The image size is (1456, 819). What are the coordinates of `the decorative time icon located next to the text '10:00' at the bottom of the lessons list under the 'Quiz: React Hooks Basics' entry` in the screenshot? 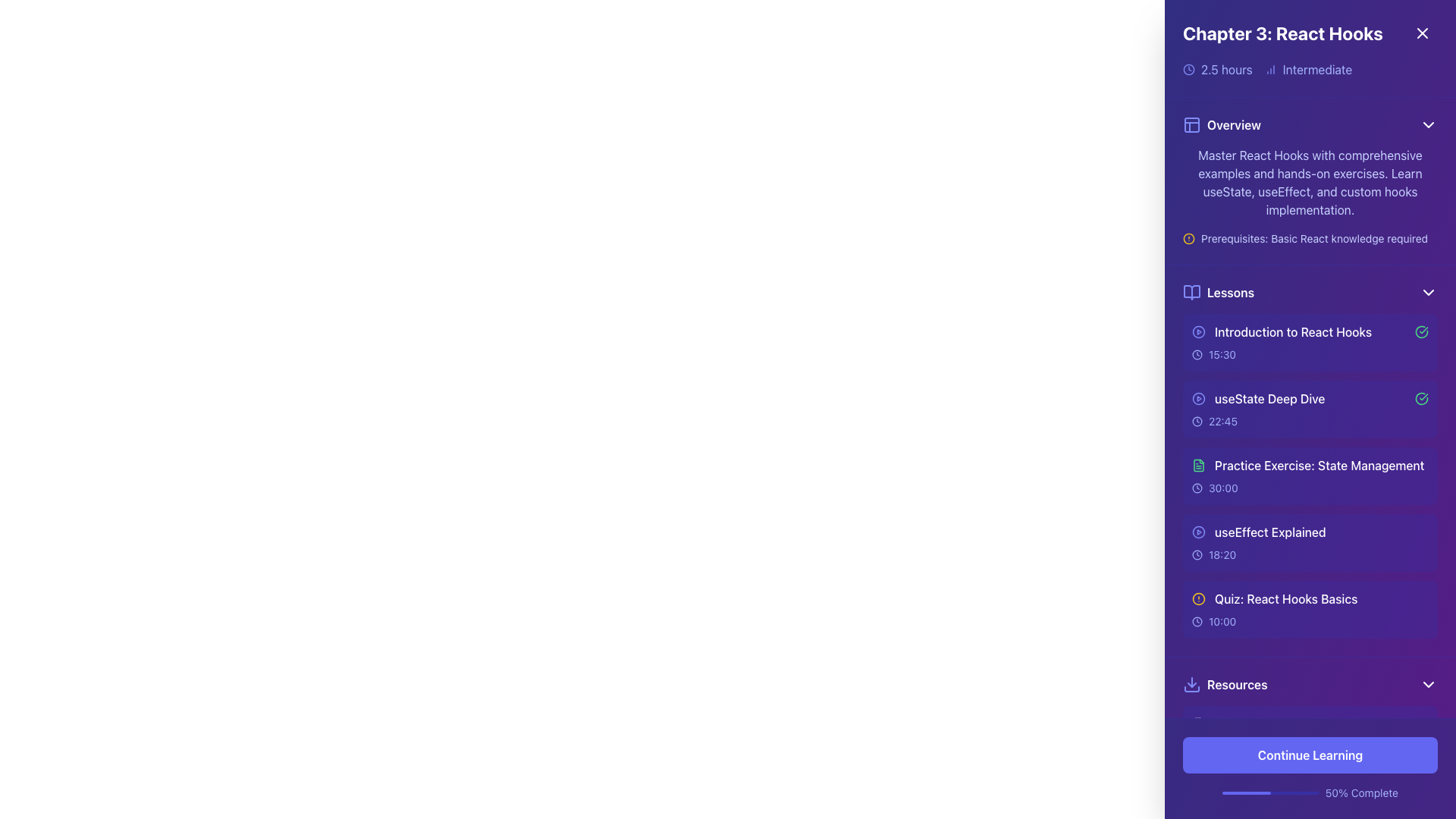 It's located at (1197, 622).